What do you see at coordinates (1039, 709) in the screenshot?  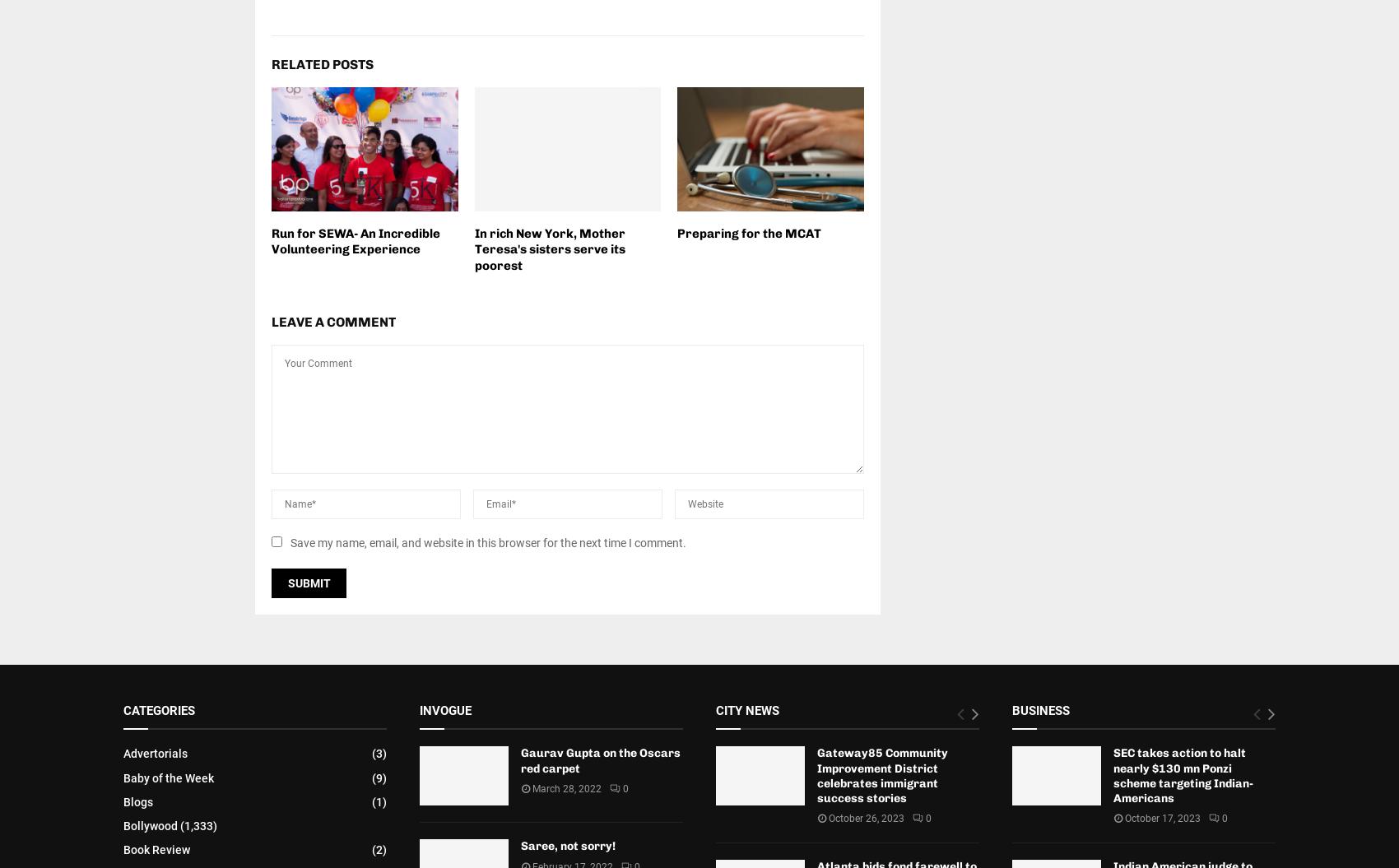 I see `'Business'` at bounding box center [1039, 709].